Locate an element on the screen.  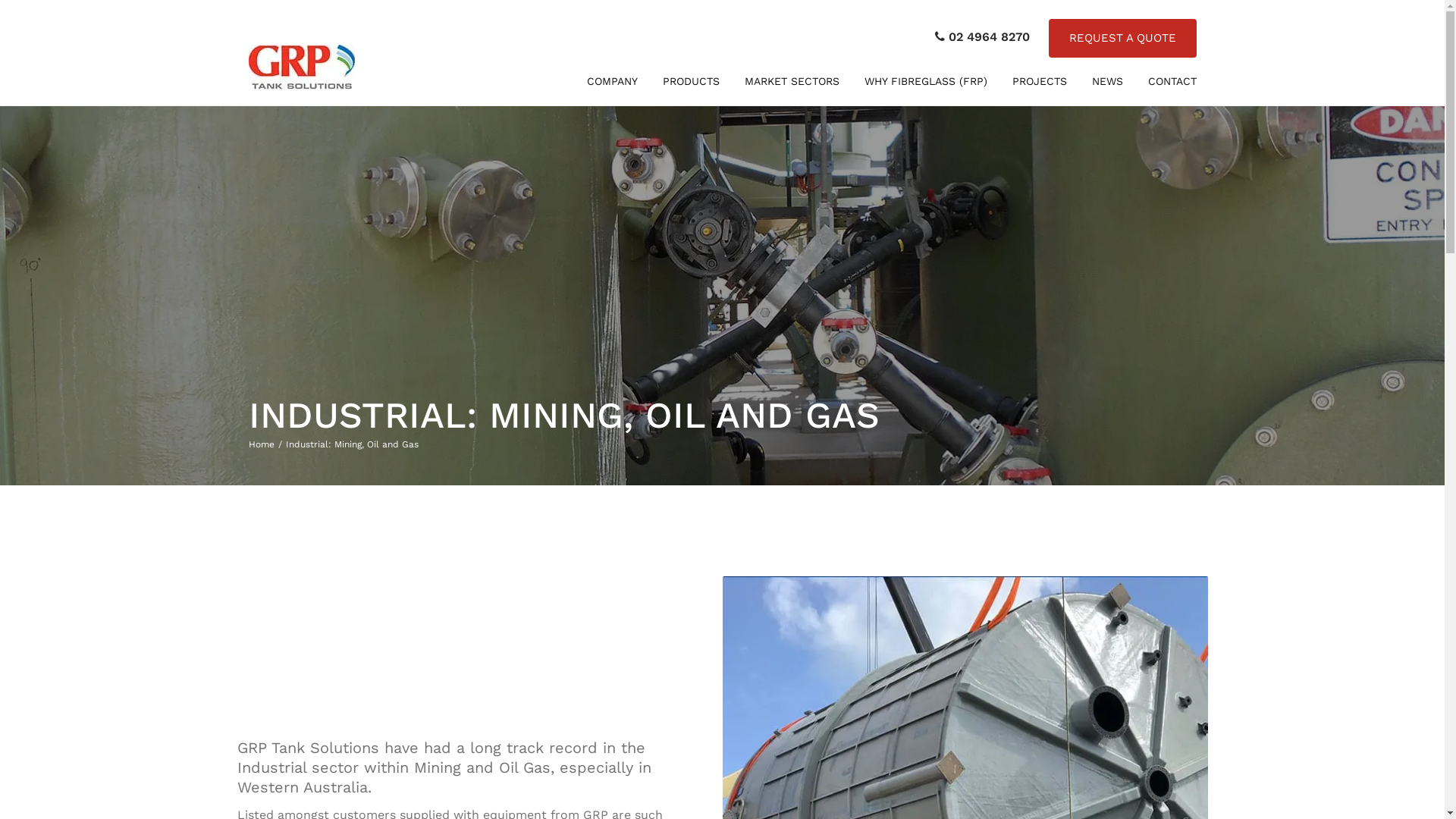
'Home' is located at coordinates (248, 444).